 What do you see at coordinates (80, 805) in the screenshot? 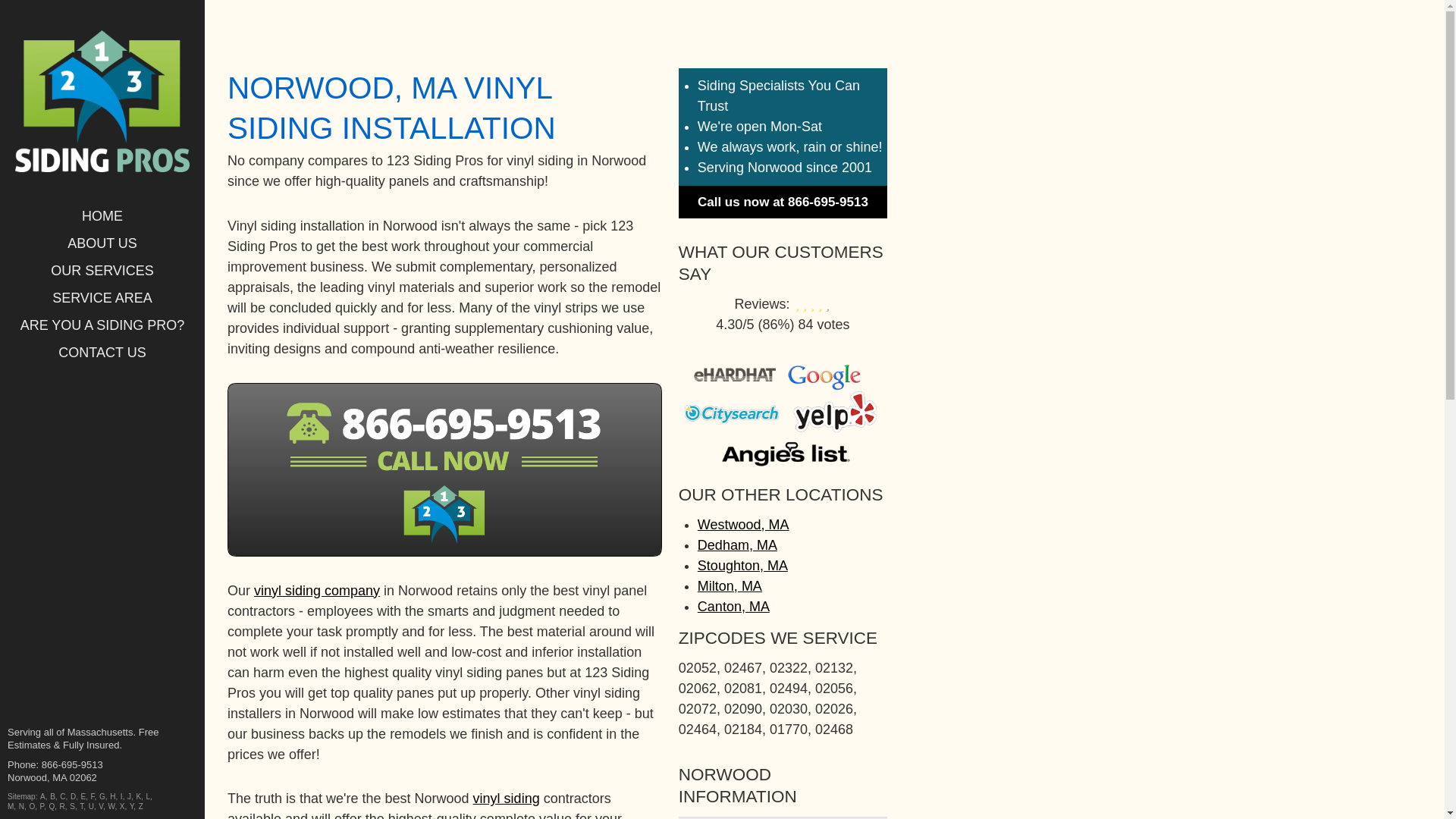
I see `'T'` at bounding box center [80, 805].